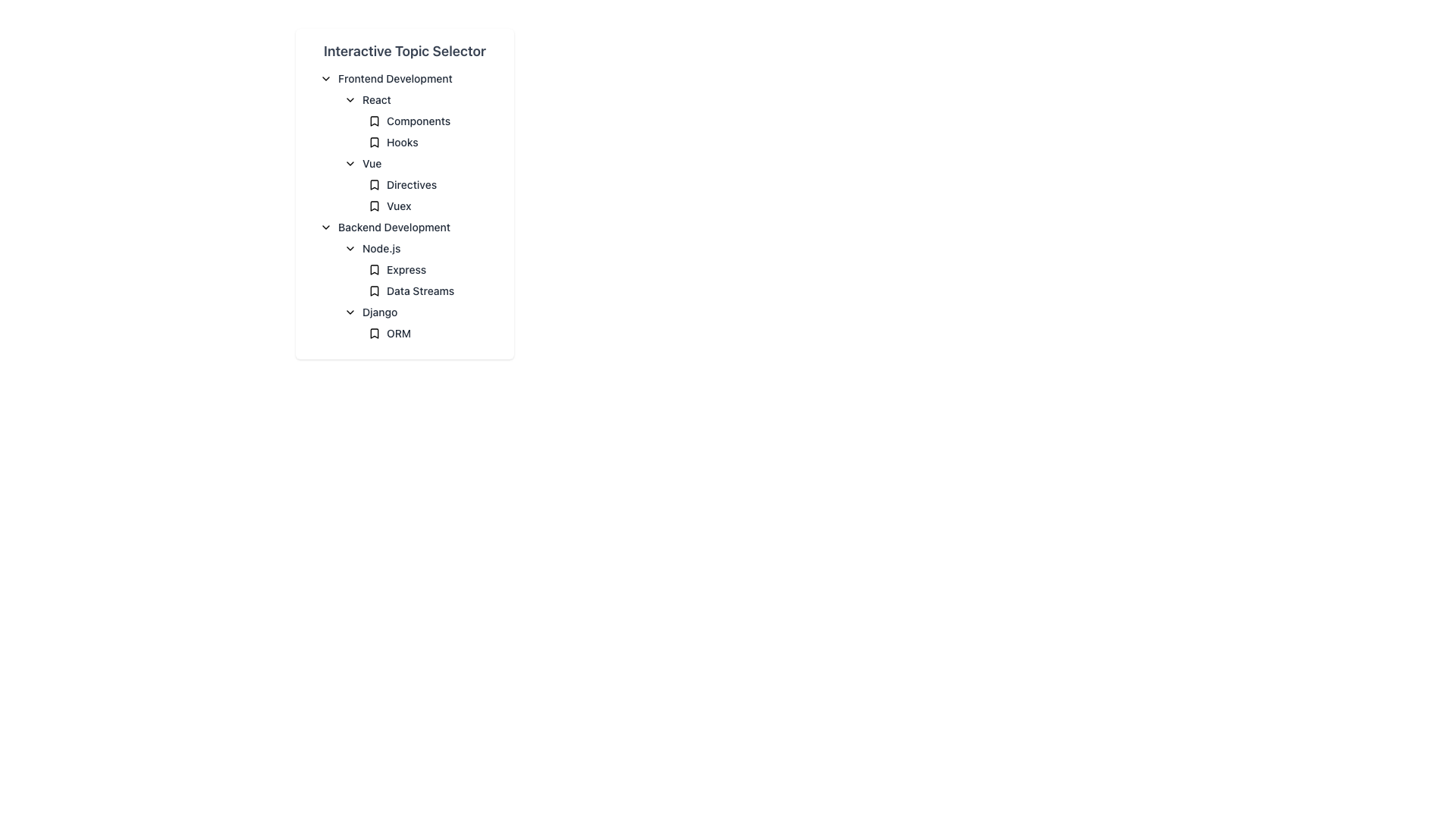 The width and height of the screenshot is (1456, 819). I want to click on the 'Data Streams' text label with a bookmark icon located in the 'Backend Development' section under 'Node.js', positioned below 'Express', so click(435, 291).